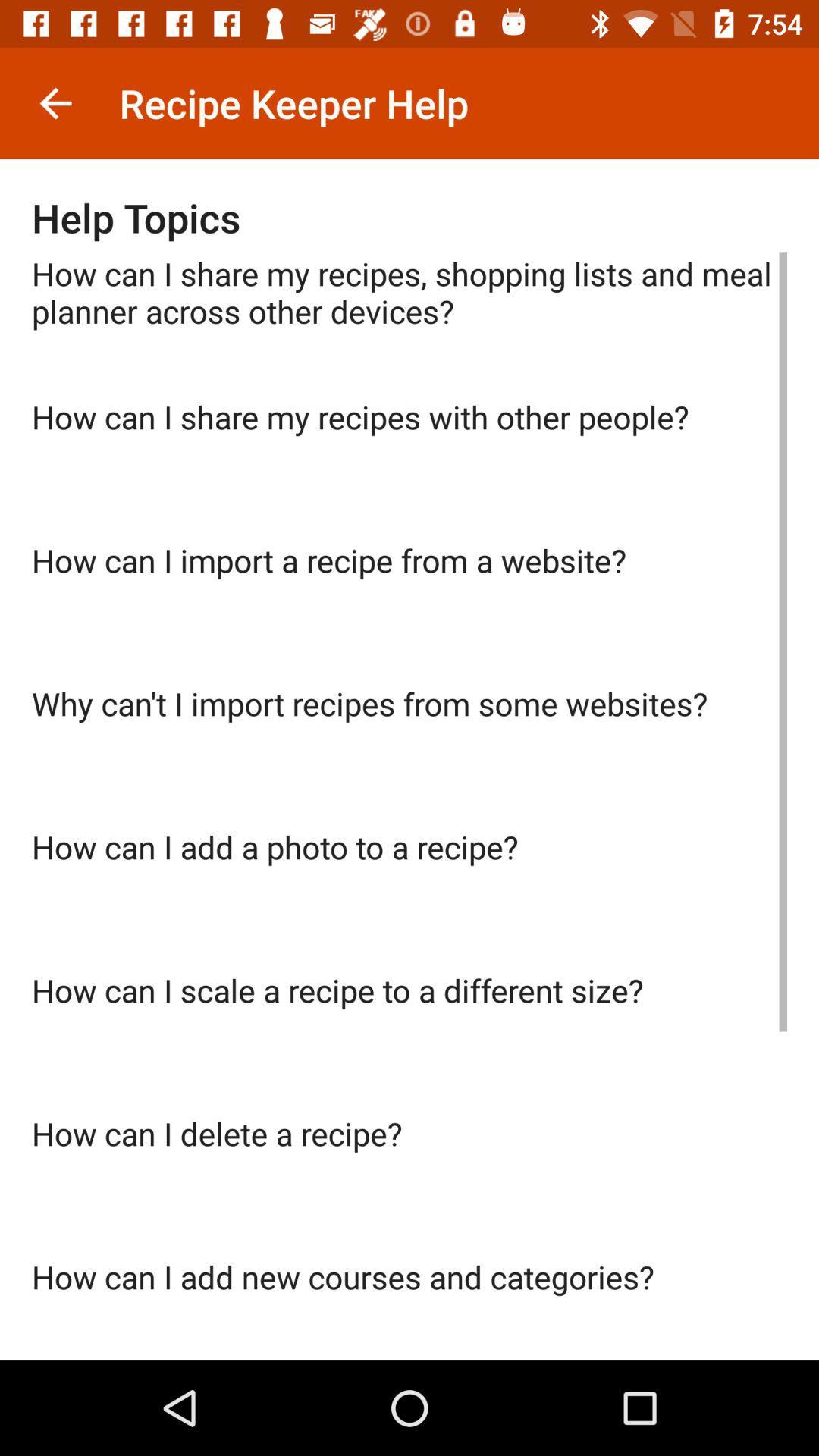  Describe the element at coordinates (409, 753) in the screenshot. I see `item below the how can i icon` at that location.